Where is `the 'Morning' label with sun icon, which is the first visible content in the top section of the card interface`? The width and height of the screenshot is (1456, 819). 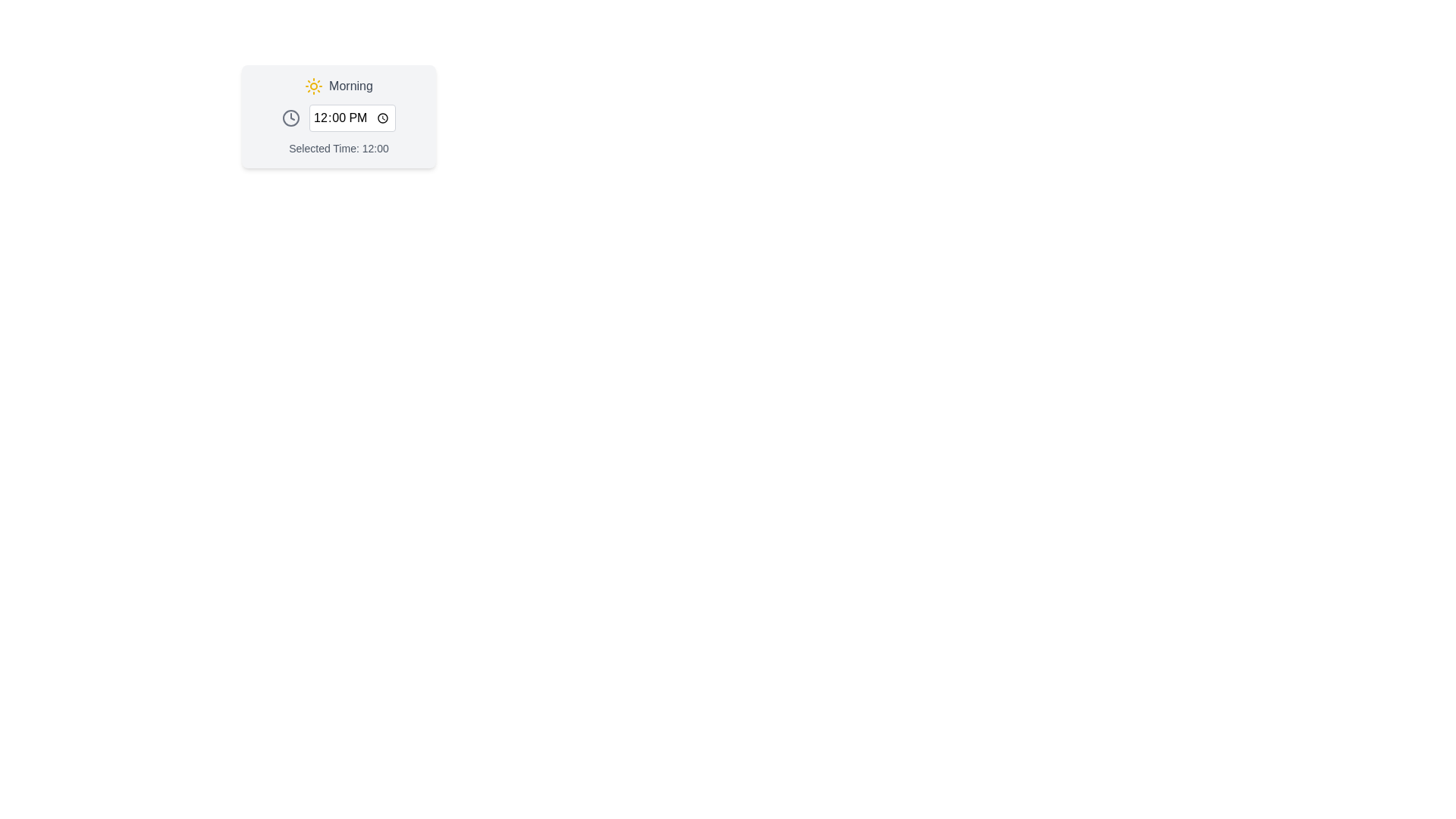
the 'Morning' label with sun icon, which is the first visible content in the top section of the card interface is located at coordinates (337, 86).